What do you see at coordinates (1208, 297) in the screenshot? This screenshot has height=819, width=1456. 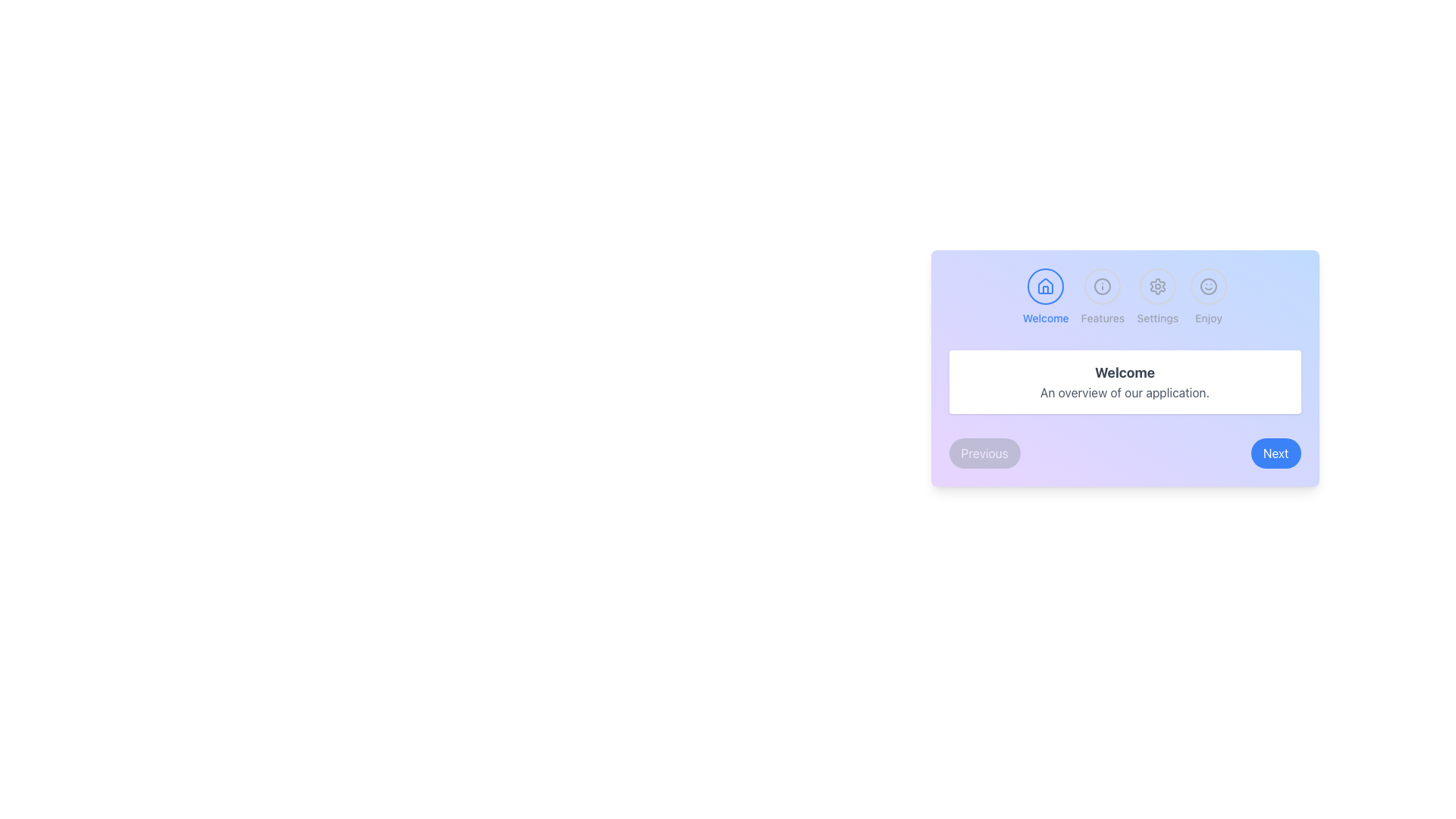 I see `the 'Enjoy' icon with a gray border and a smiling face` at bounding box center [1208, 297].